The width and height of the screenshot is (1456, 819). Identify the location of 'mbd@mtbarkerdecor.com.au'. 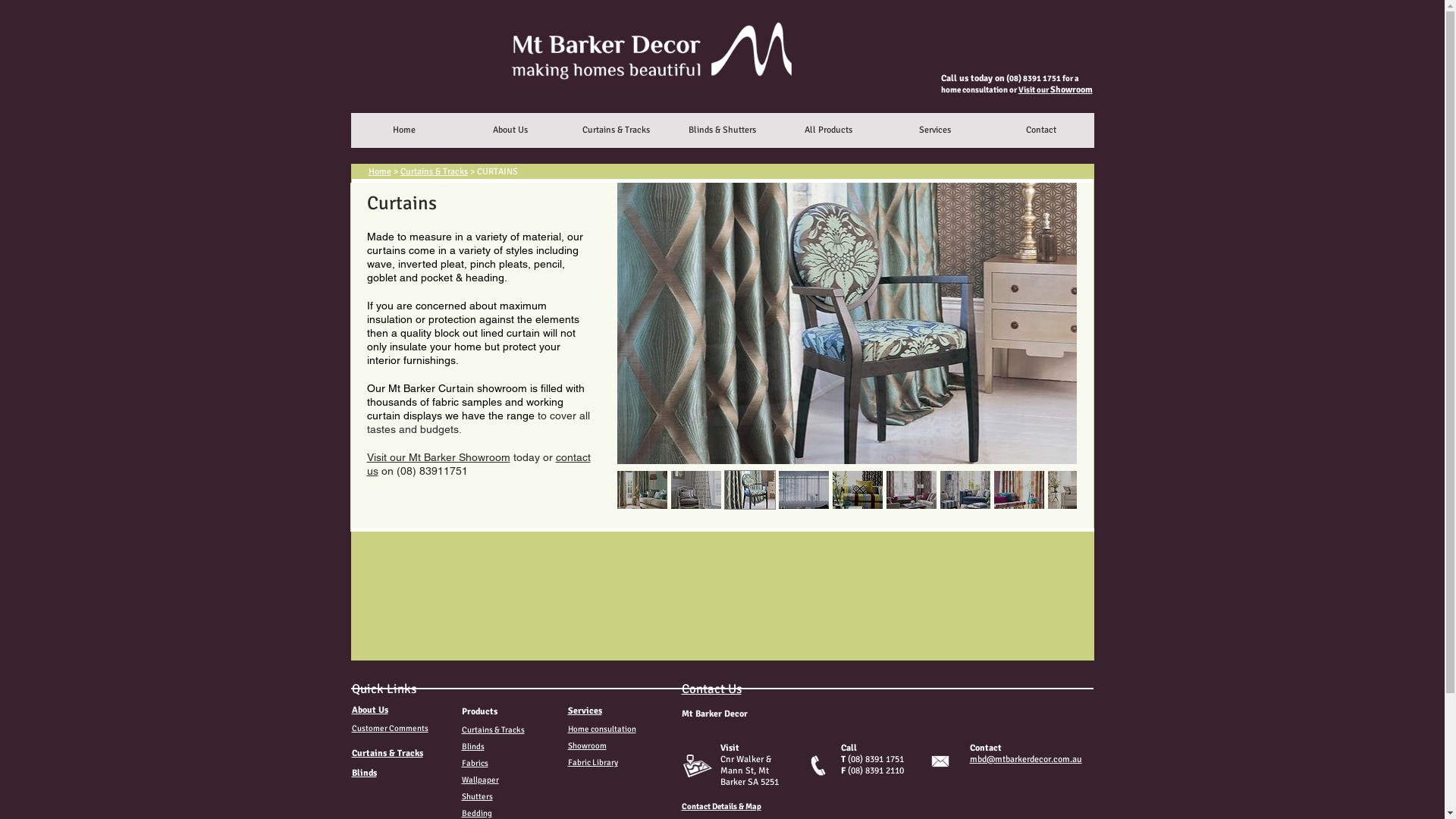
(1025, 759).